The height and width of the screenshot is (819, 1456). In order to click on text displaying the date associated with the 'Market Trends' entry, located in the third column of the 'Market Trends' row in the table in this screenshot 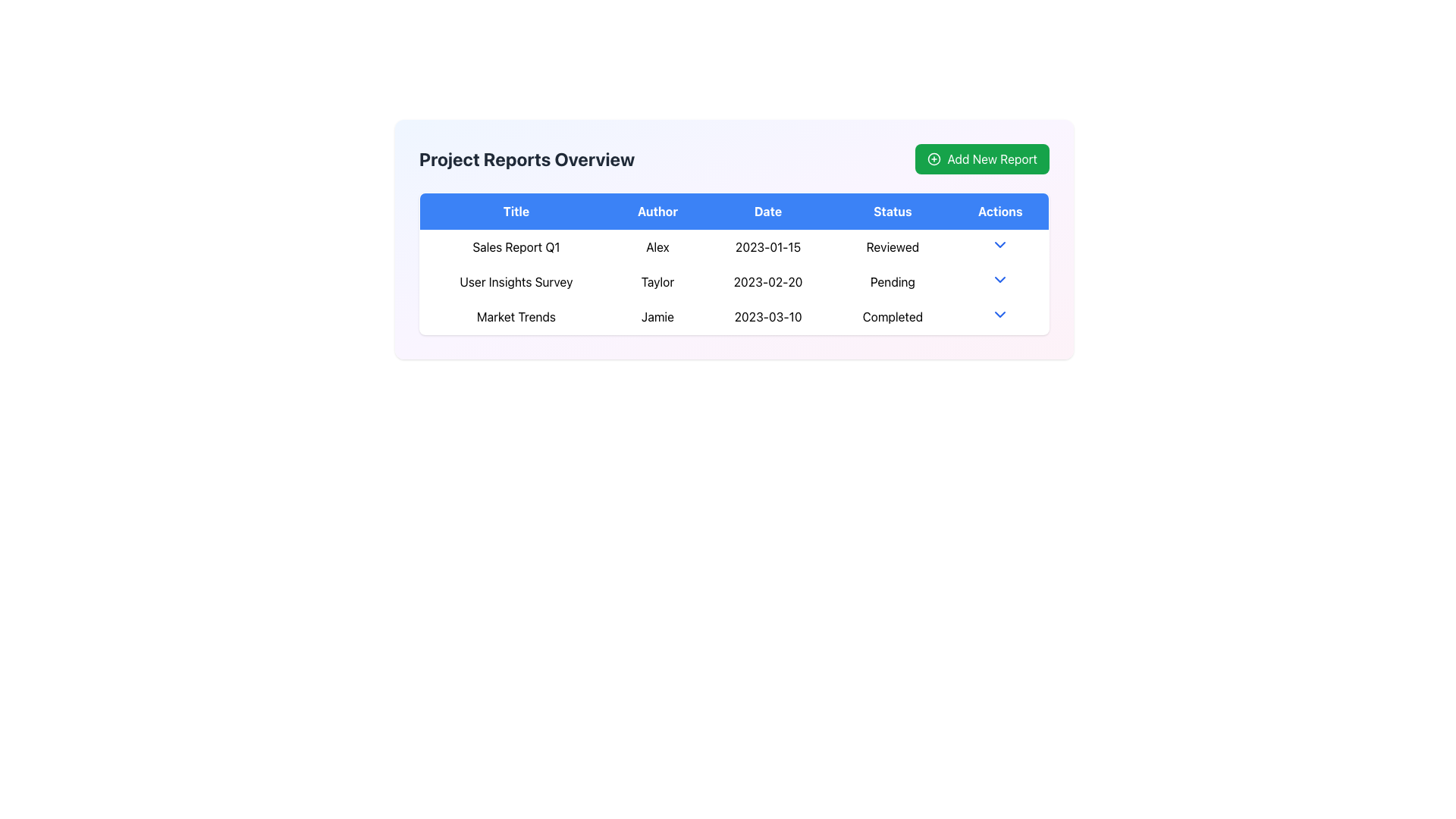, I will do `click(767, 316)`.